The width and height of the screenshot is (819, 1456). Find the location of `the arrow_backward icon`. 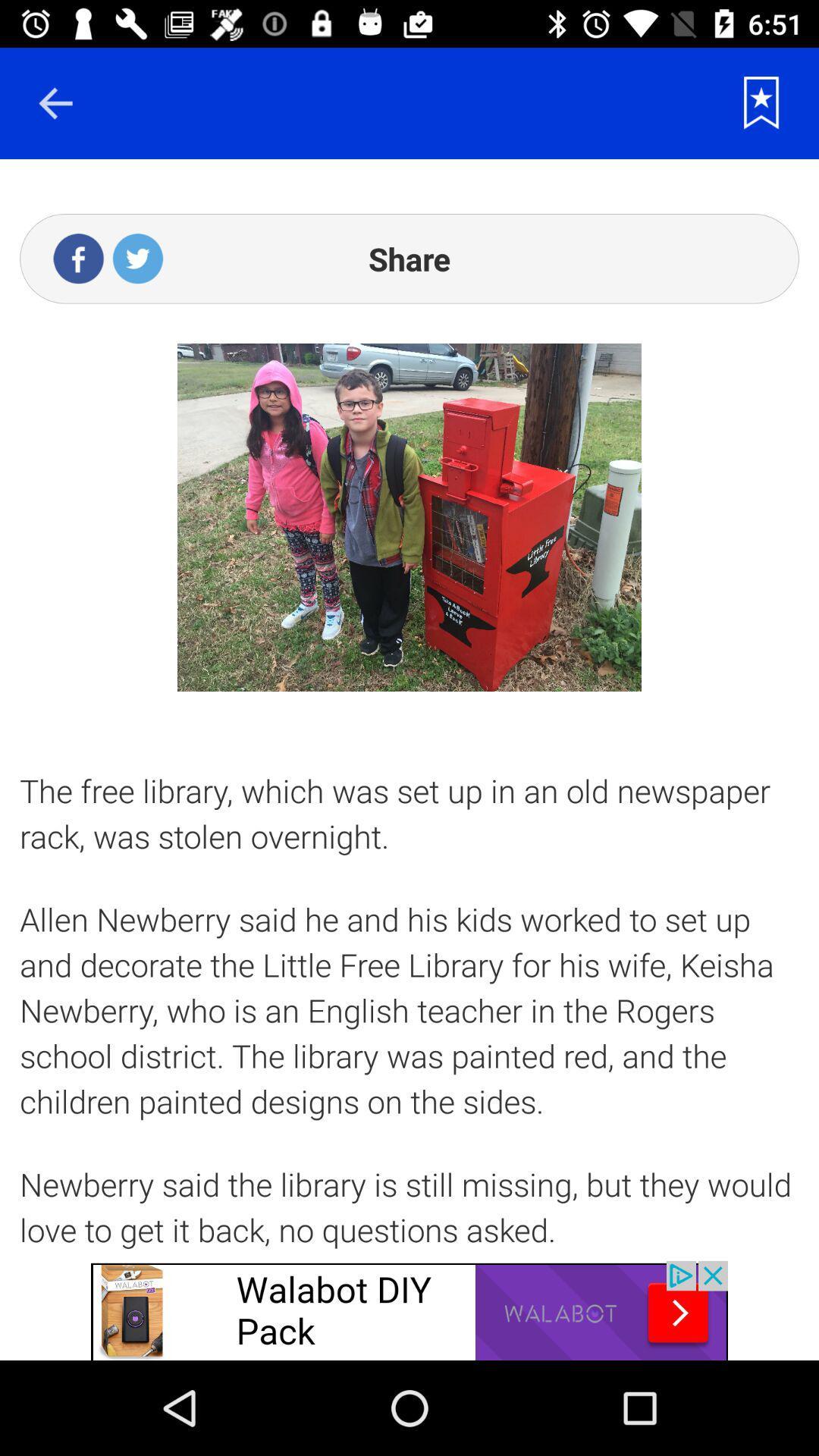

the arrow_backward icon is located at coordinates (55, 102).